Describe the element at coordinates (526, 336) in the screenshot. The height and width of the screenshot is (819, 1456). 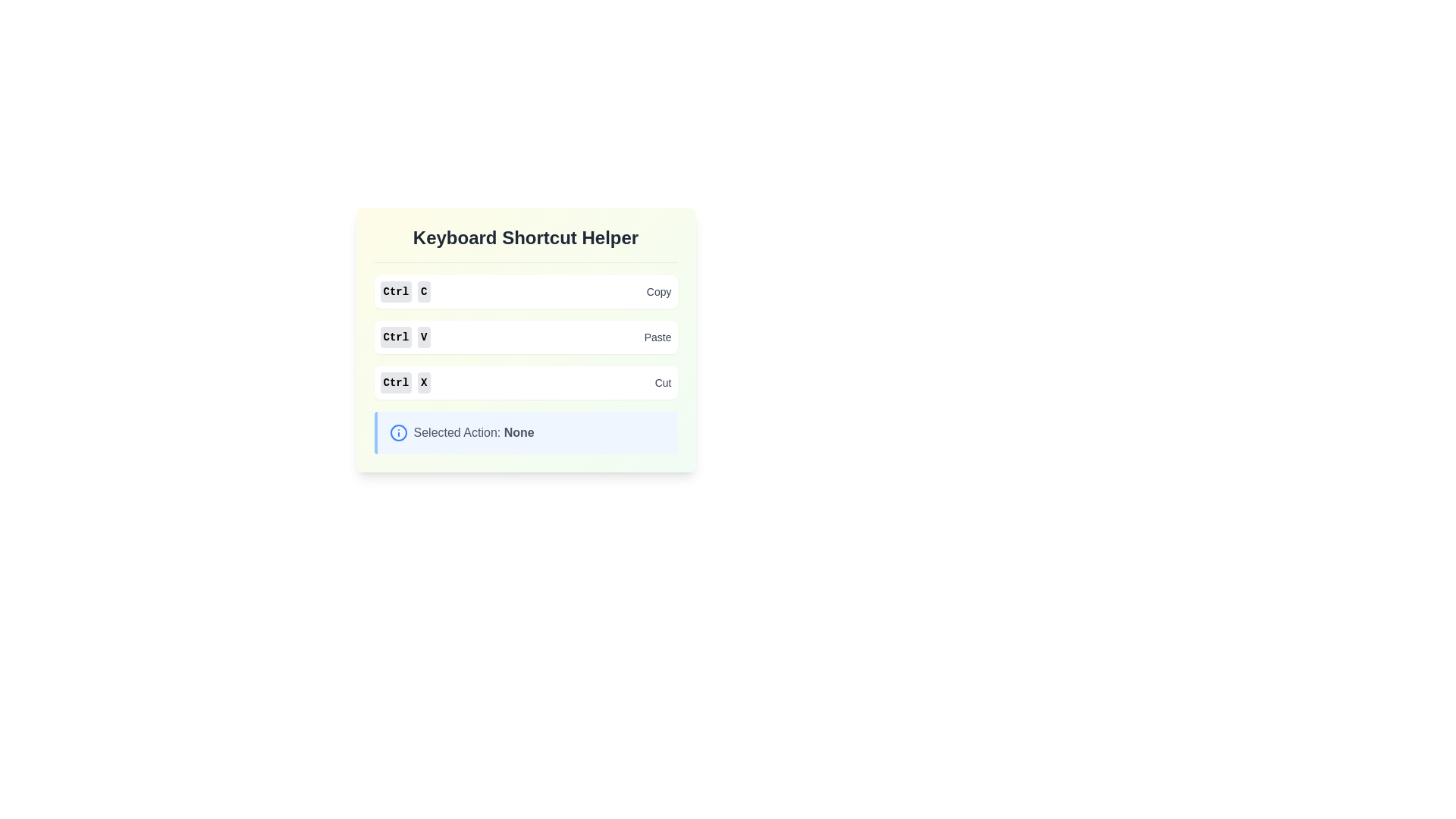
I see `the 'Paste' button which displays the keyboard shortcut 'Ctrl+V' in the 'Keyboard Shortcut Helper' section, located below the 'Ctrl+C Copy' button` at that location.